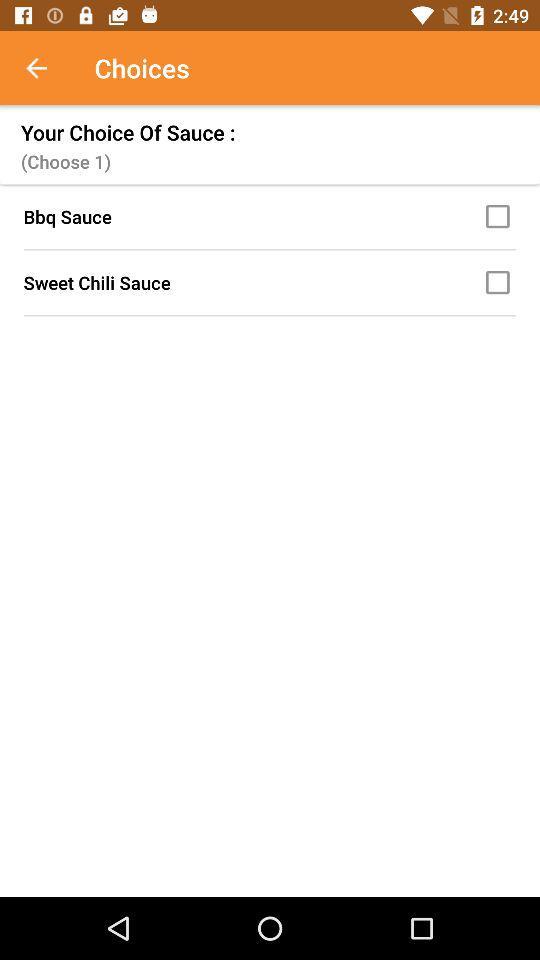 The image size is (540, 960). Describe the element at coordinates (500, 216) in the screenshot. I see `bbqsquce` at that location.